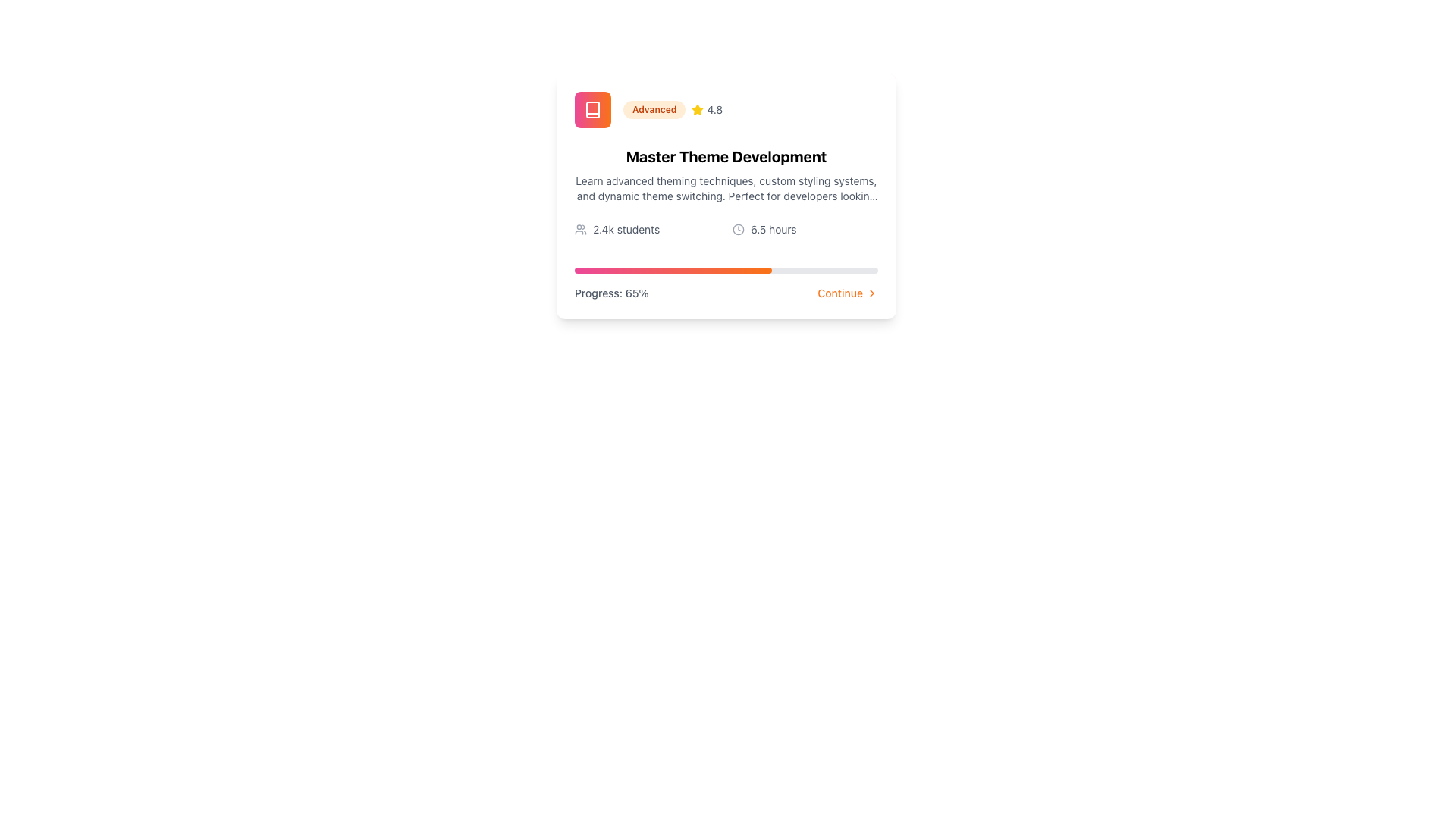  Describe the element at coordinates (626, 230) in the screenshot. I see `the Text Display element that shows '2.4k students', which is styled in a small sans-serif font and gray color, positioned to the right of a user group icon` at that location.